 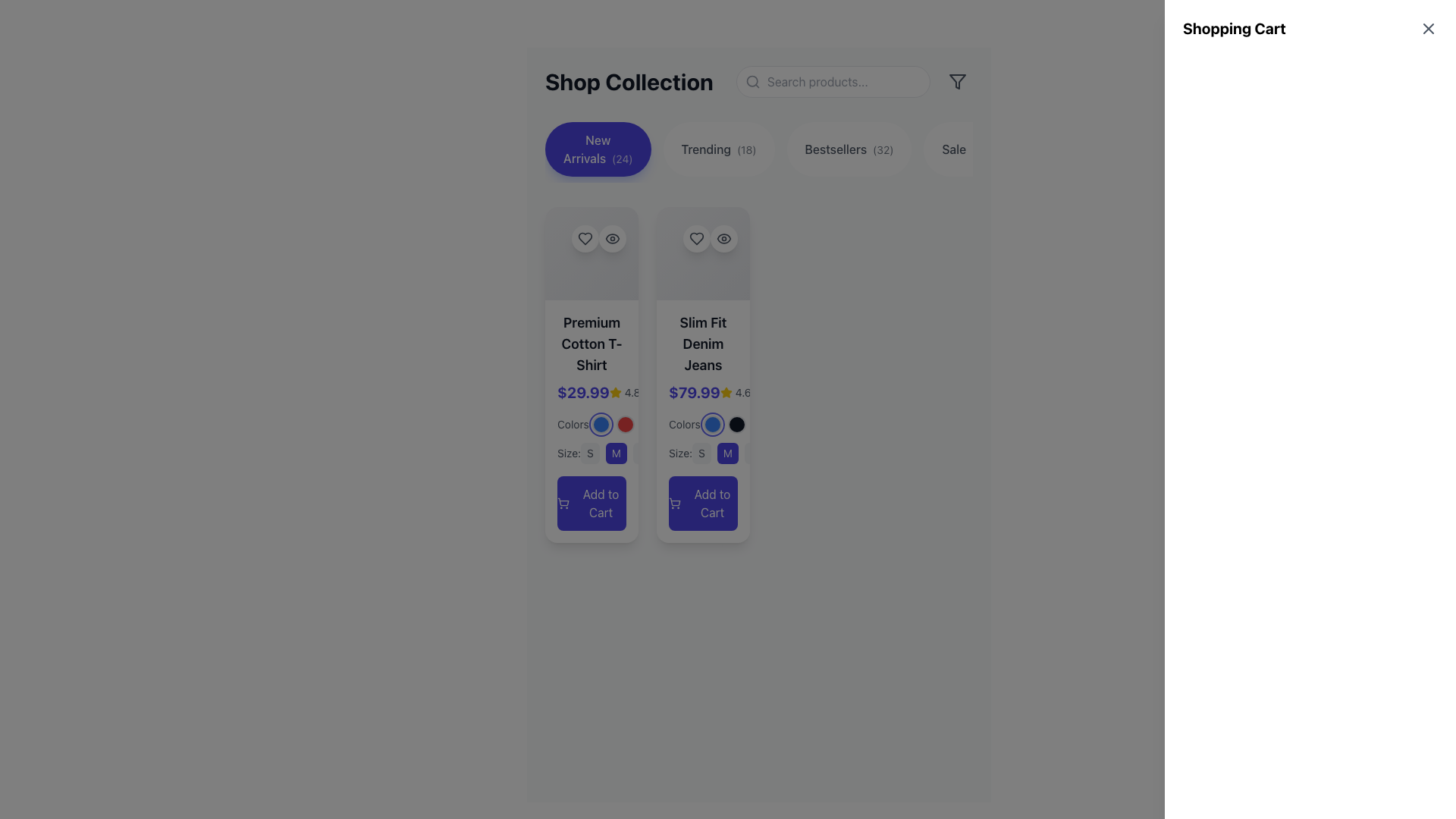 What do you see at coordinates (695, 239) in the screenshot?
I see `the favorite button located at the top-right corner of the card for 'Slim Fit Denim Jeans' to mark the item as a favorite or like it` at bounding box center [695, 239].